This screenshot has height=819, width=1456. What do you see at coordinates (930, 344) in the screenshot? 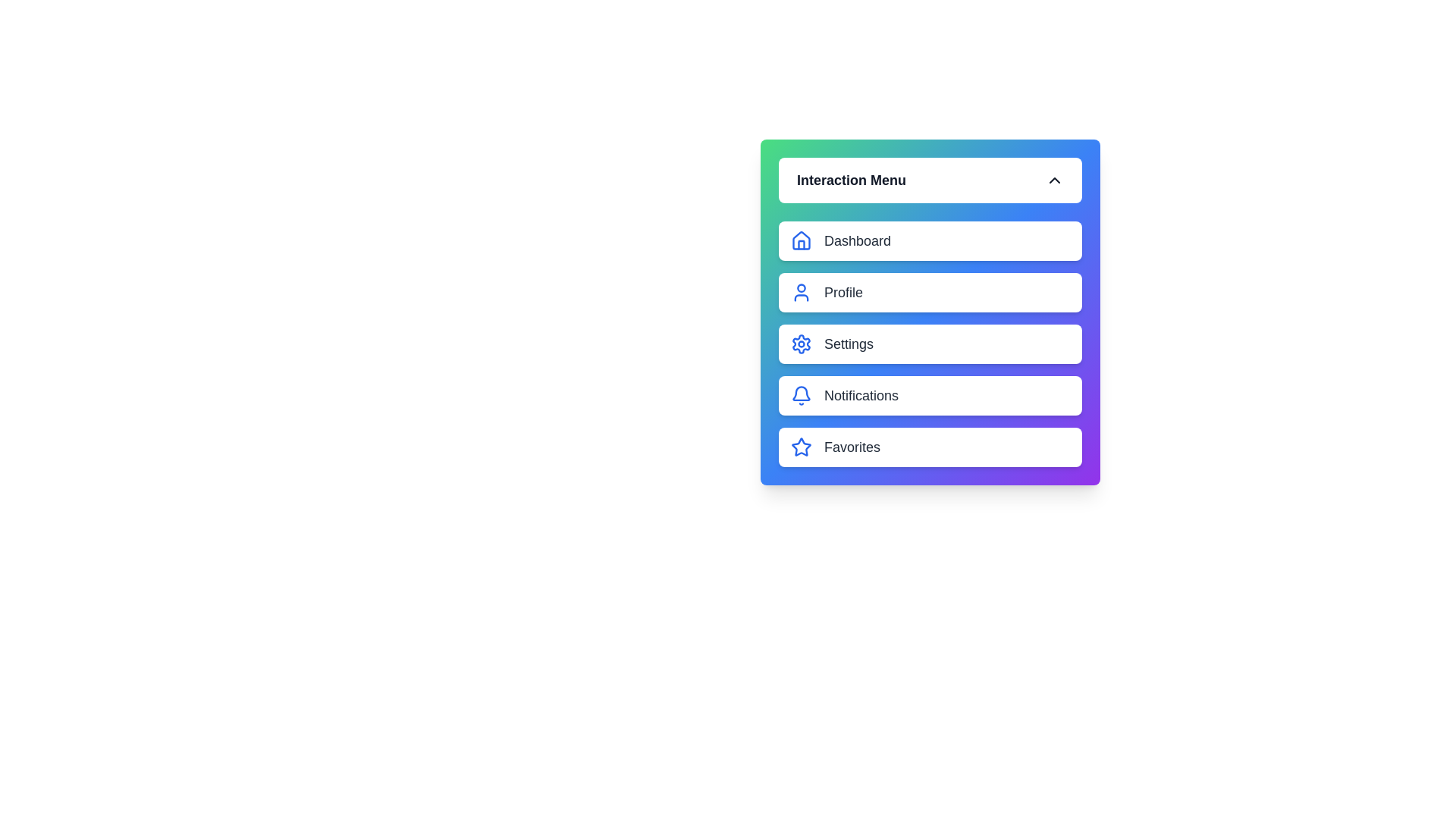
I see `the menu item Settings` at bounding box center [930, 344].